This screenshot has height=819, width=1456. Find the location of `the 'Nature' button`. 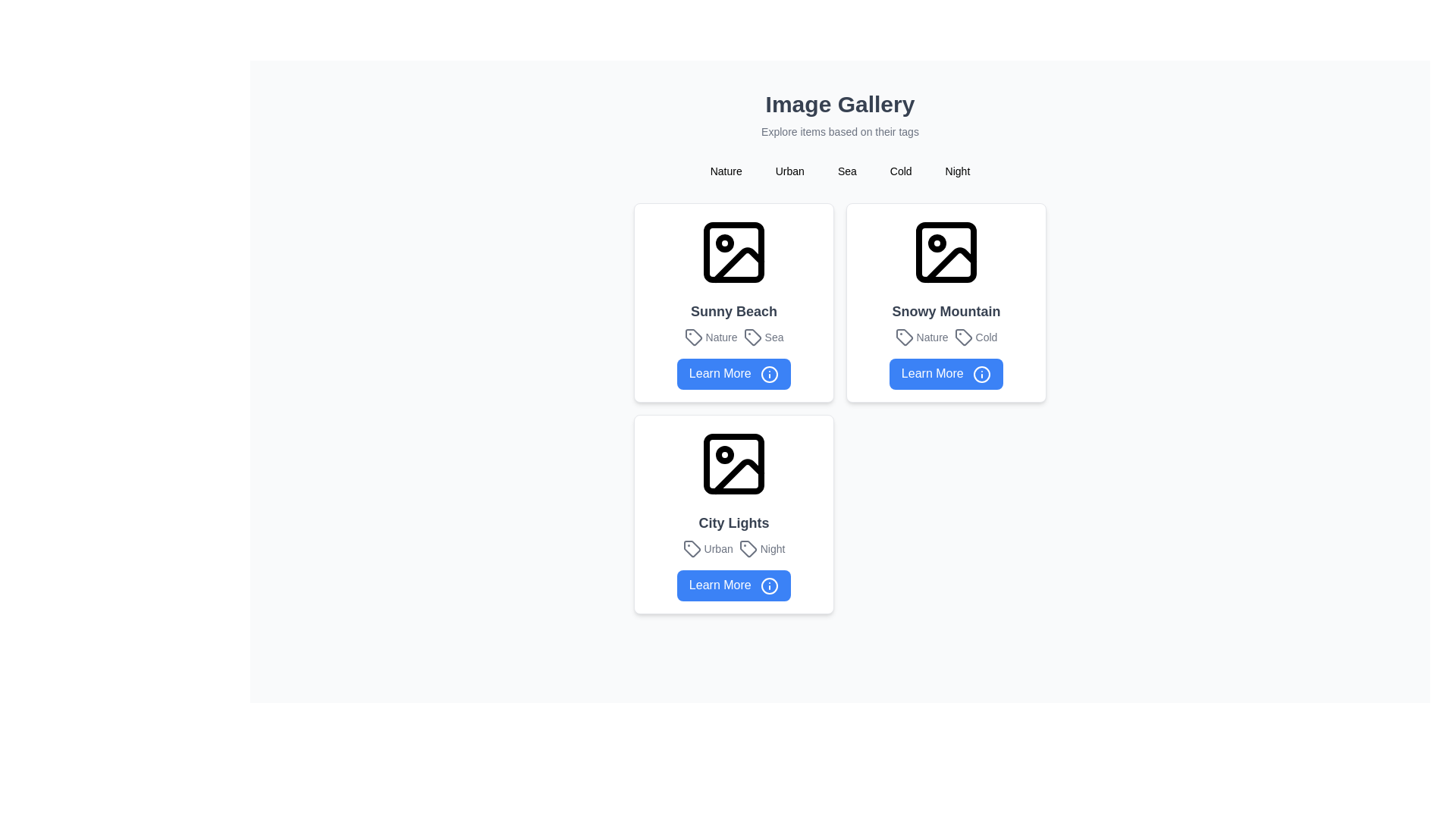

the 'Nature' button is located at coordinates (725, 171).